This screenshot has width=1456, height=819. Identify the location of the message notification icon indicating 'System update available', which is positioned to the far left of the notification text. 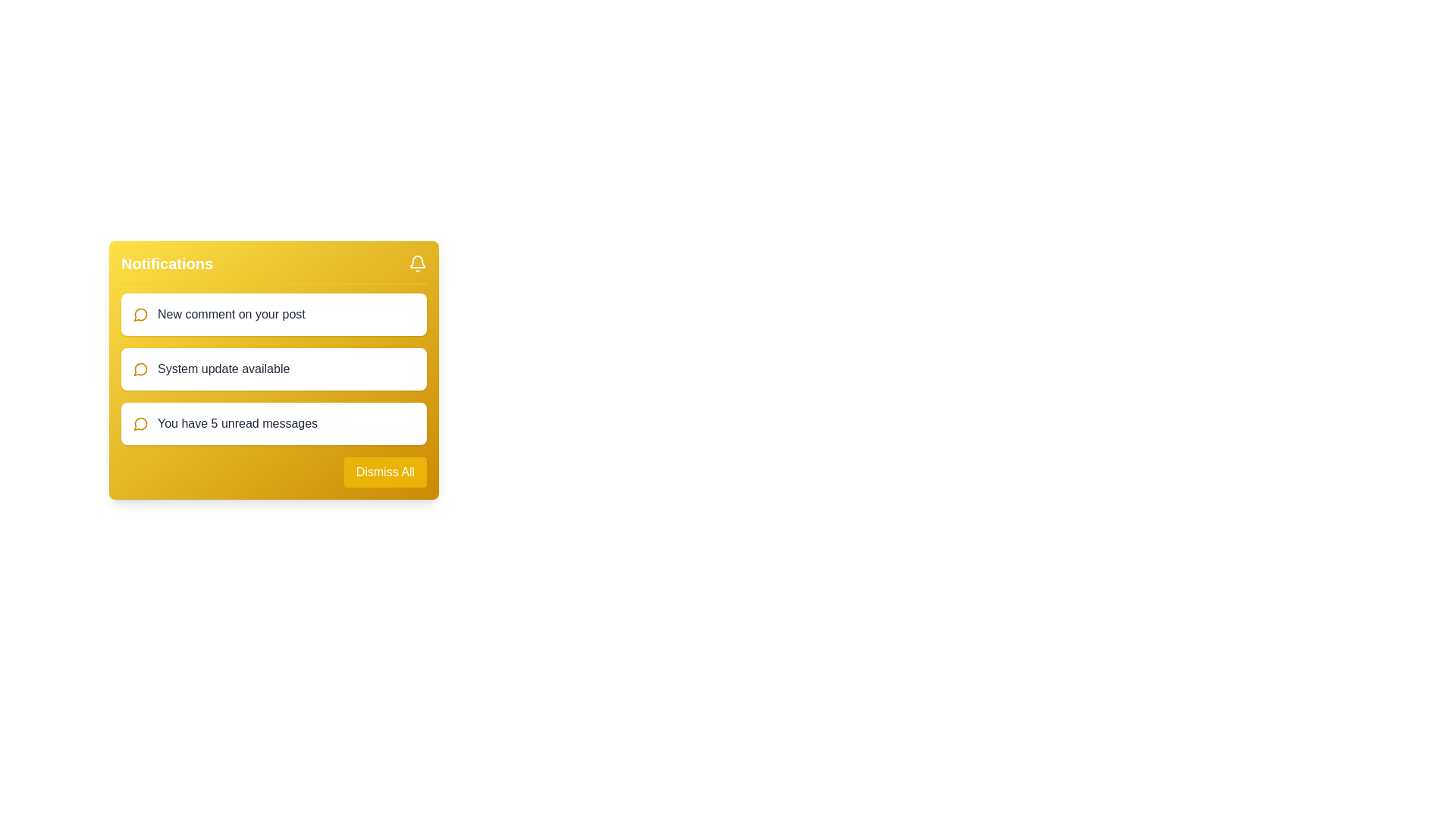
(141, 369).